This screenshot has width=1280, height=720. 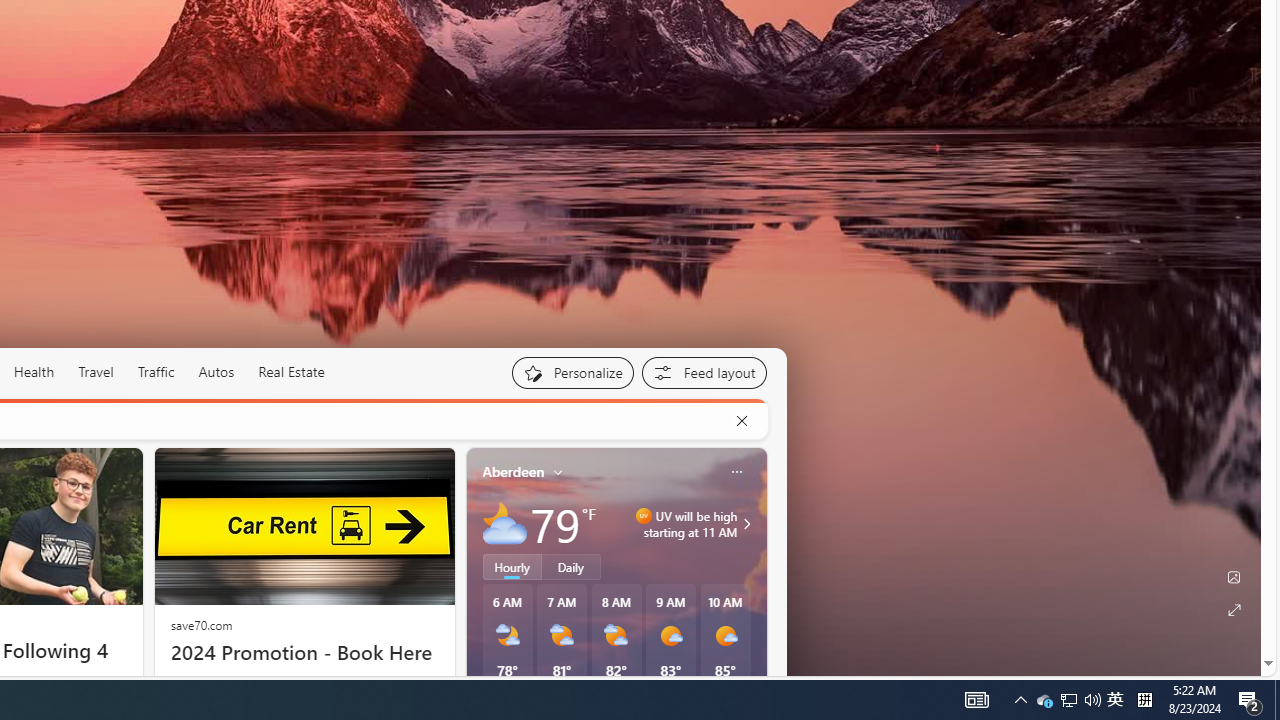 What do you see at coordinates (735, 471) in the screenshot?
I see `'Class: icon-img'` at bounding box center [735, 471].